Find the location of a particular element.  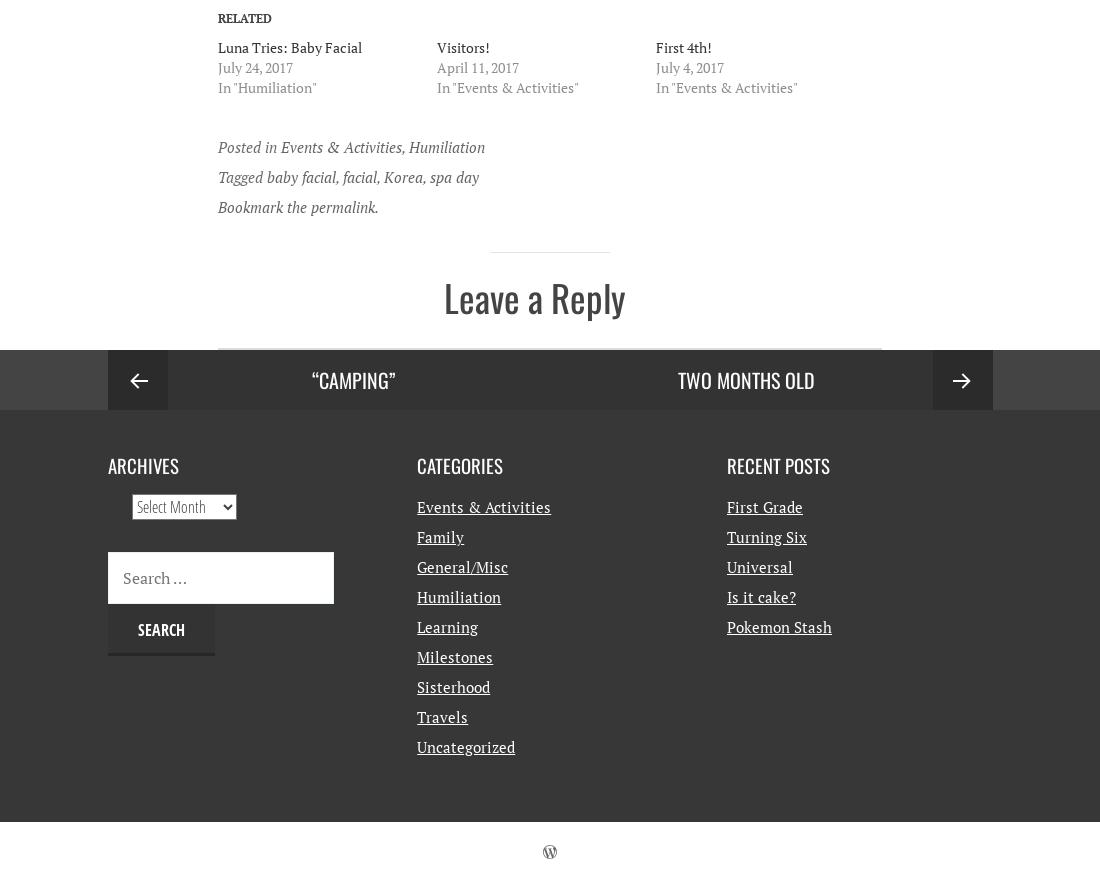

'Archives' is located at coordinates (141, 464).